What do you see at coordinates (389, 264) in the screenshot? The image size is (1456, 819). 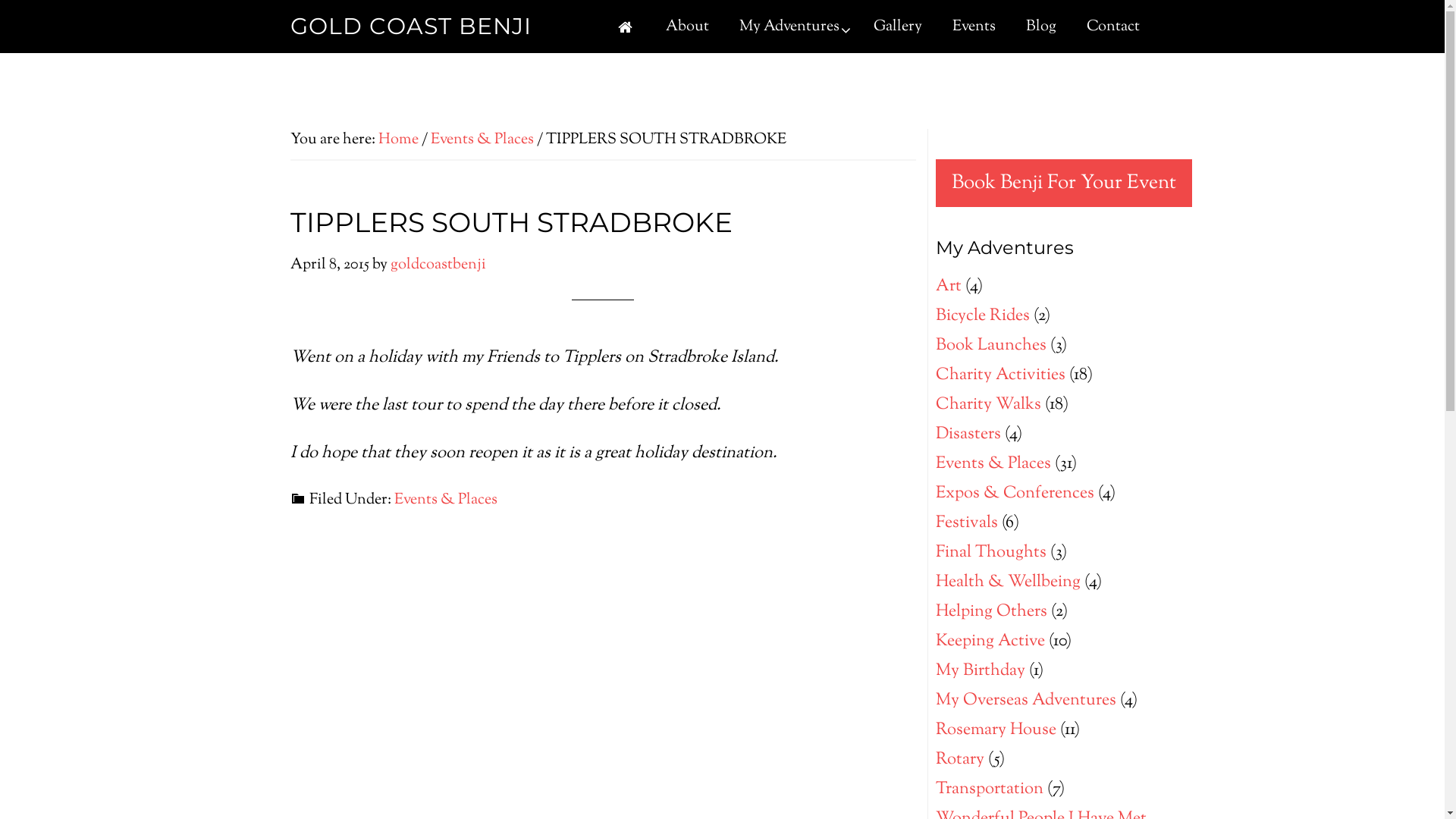 I see `'goldcoastbenji'` at bounding box center [389, 264].